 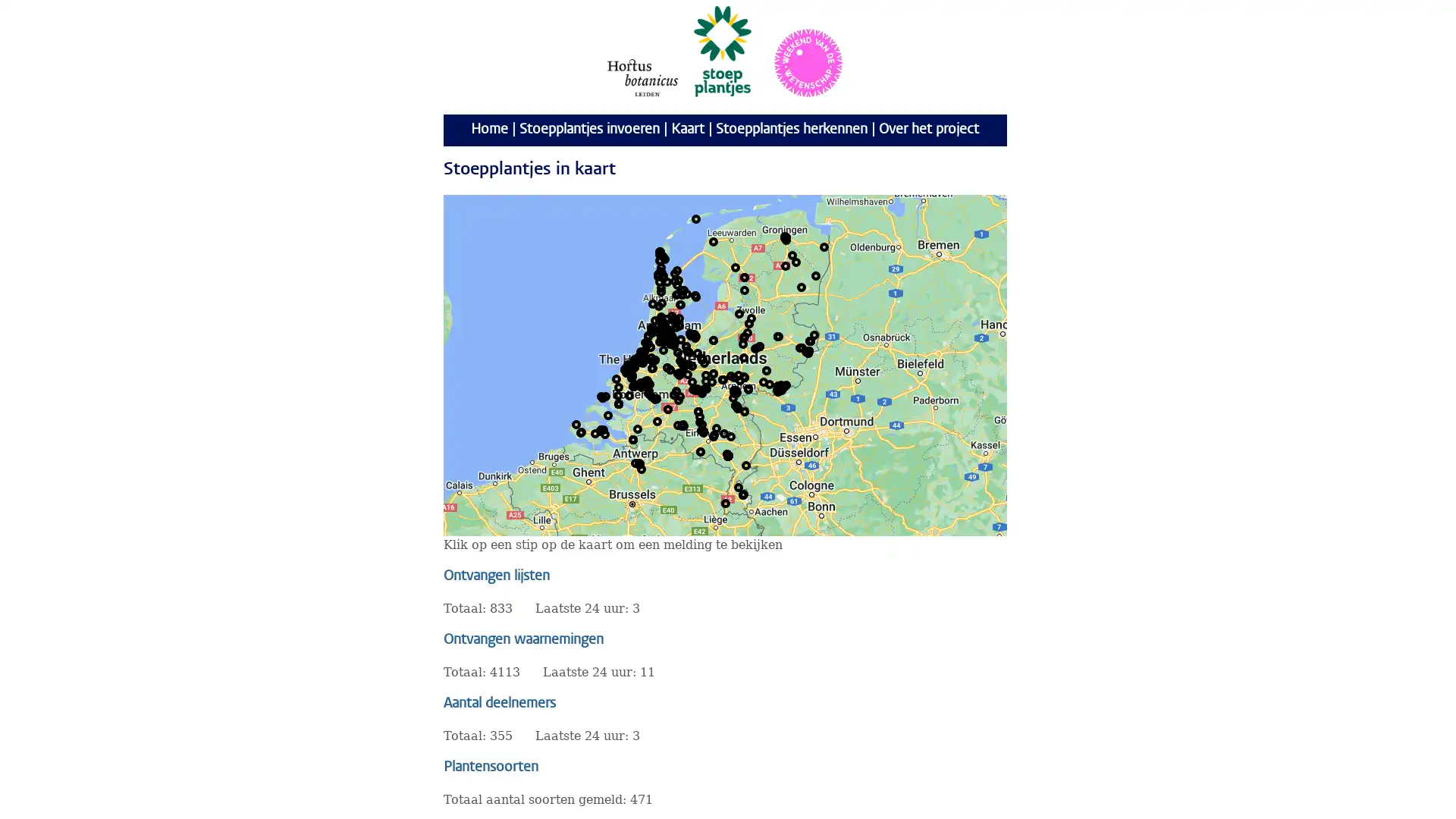 What do you see at coordinates (669, 333) in the screenshot?
I see `Telling van mees op 21 april 2022` at bounding box center [669, 333].